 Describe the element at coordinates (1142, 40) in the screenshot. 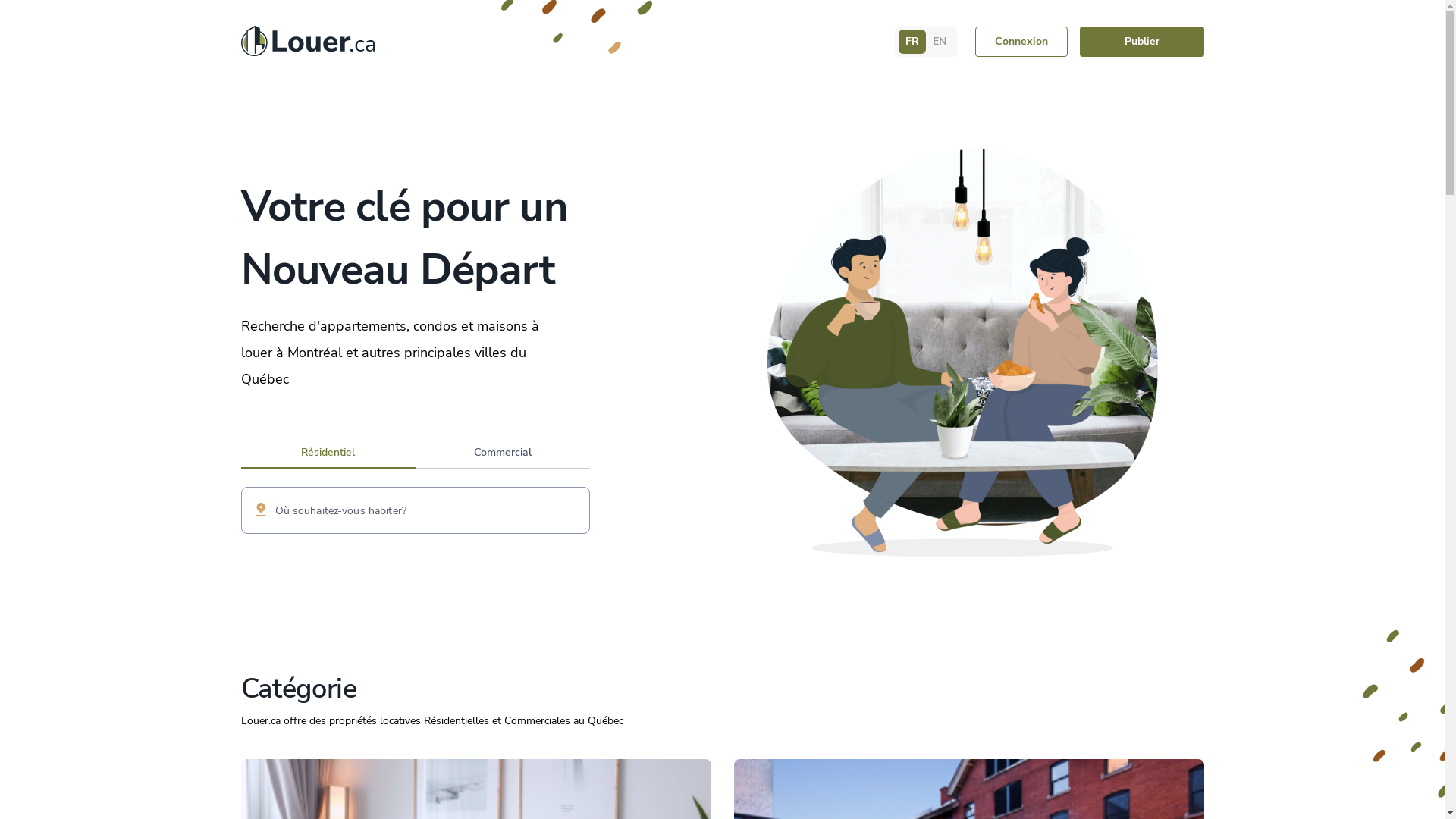

I see `'Publier'` at that location.